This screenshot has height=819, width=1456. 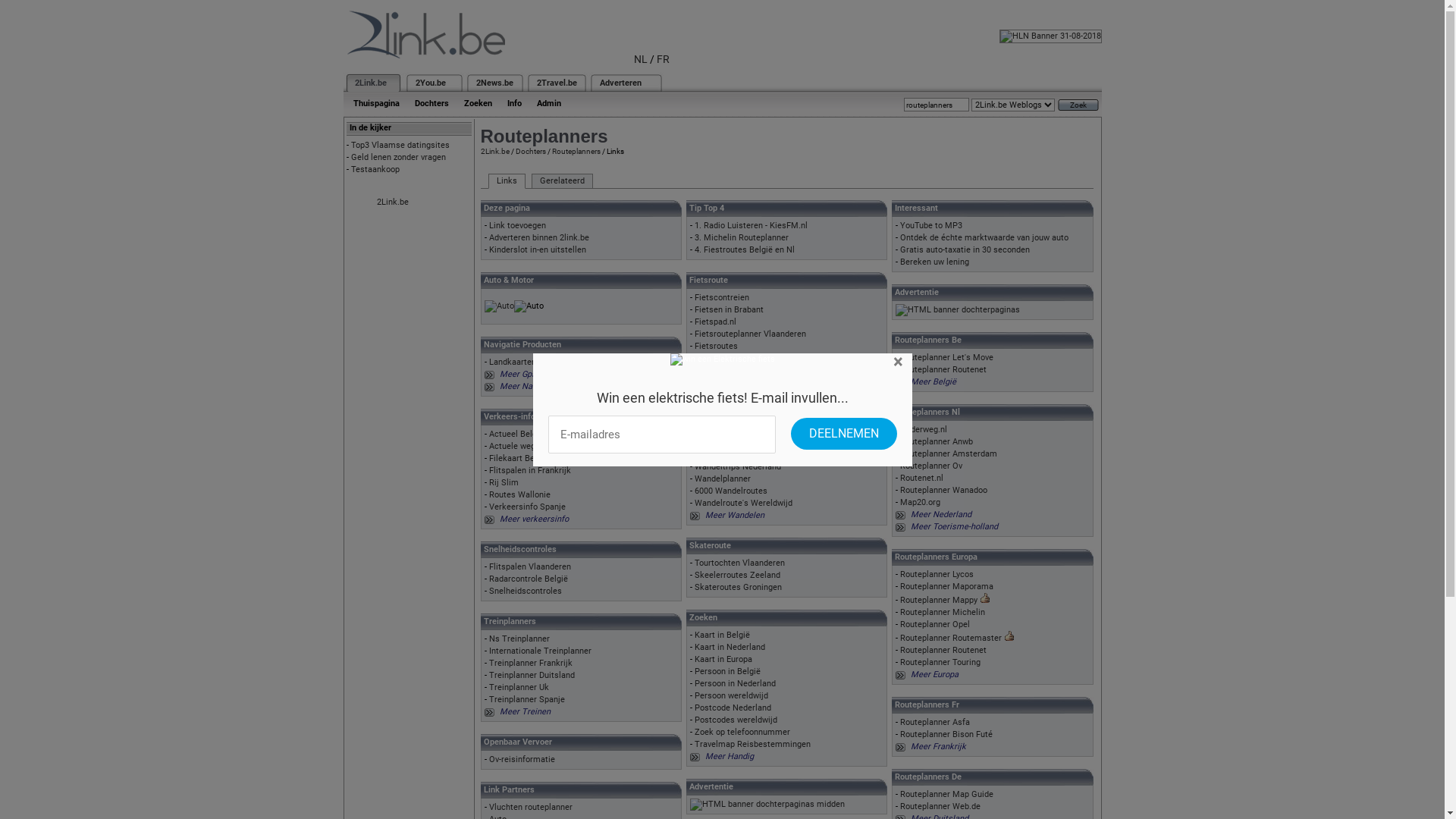 What do you see at coordinates (531, 151) in the screenshot?
I see `'Dochters'` at bounding box center [531, 151].